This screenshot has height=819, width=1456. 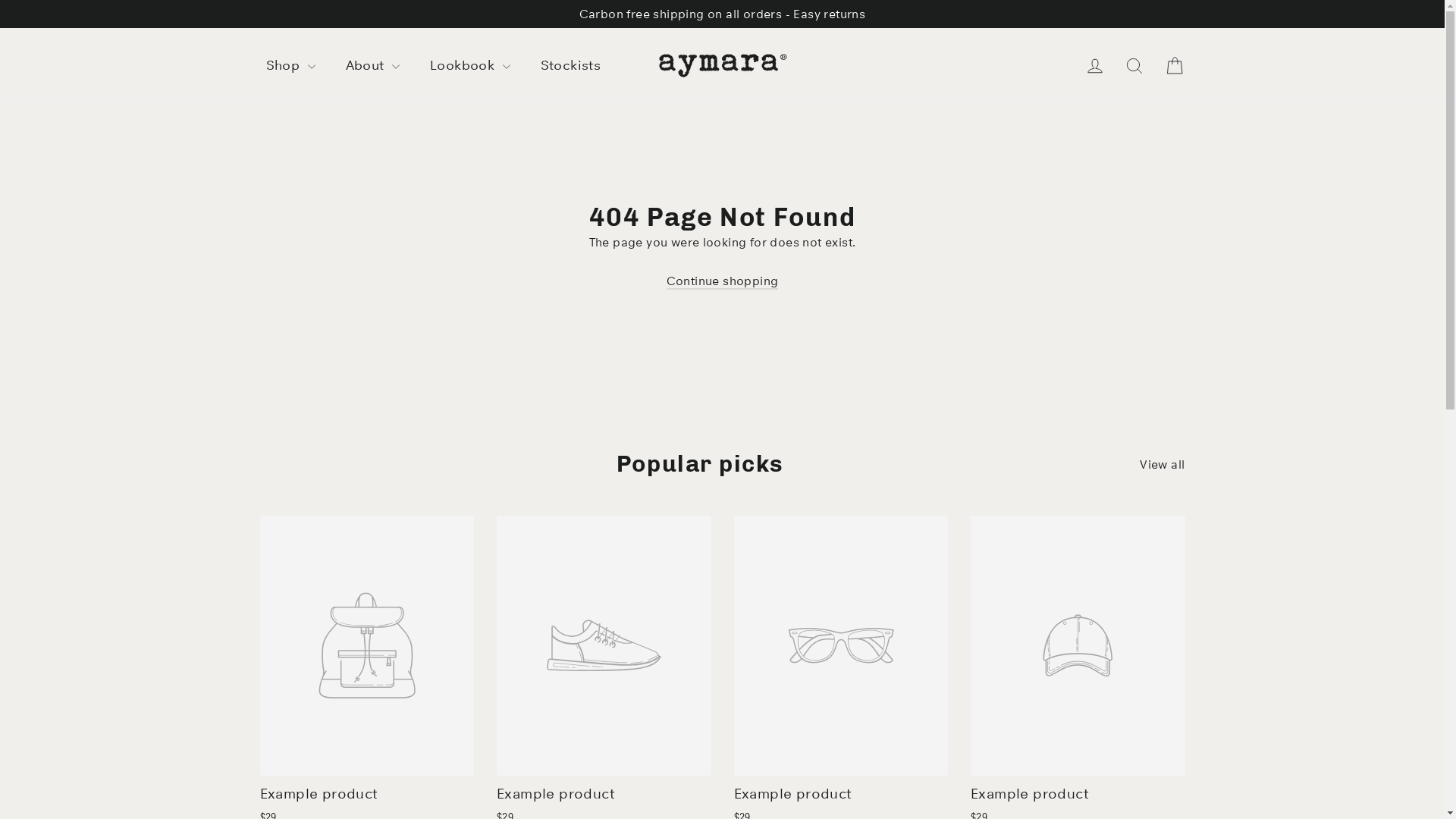 What do you see at coordinates (1095, 65) in the screenshot?
I see `'Log in'` at bounding box center [1095, 65].